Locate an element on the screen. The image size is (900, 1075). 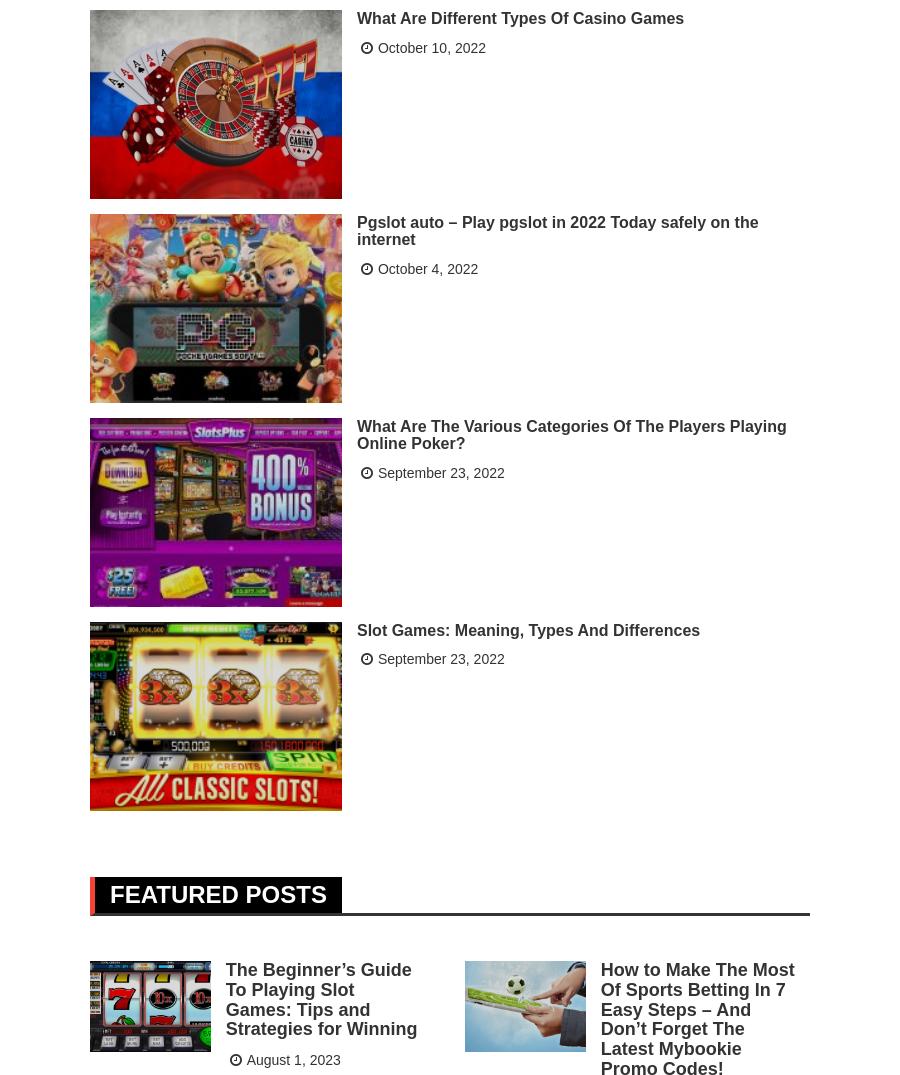
'Featured Posts' is located at coordinates (108, 891).